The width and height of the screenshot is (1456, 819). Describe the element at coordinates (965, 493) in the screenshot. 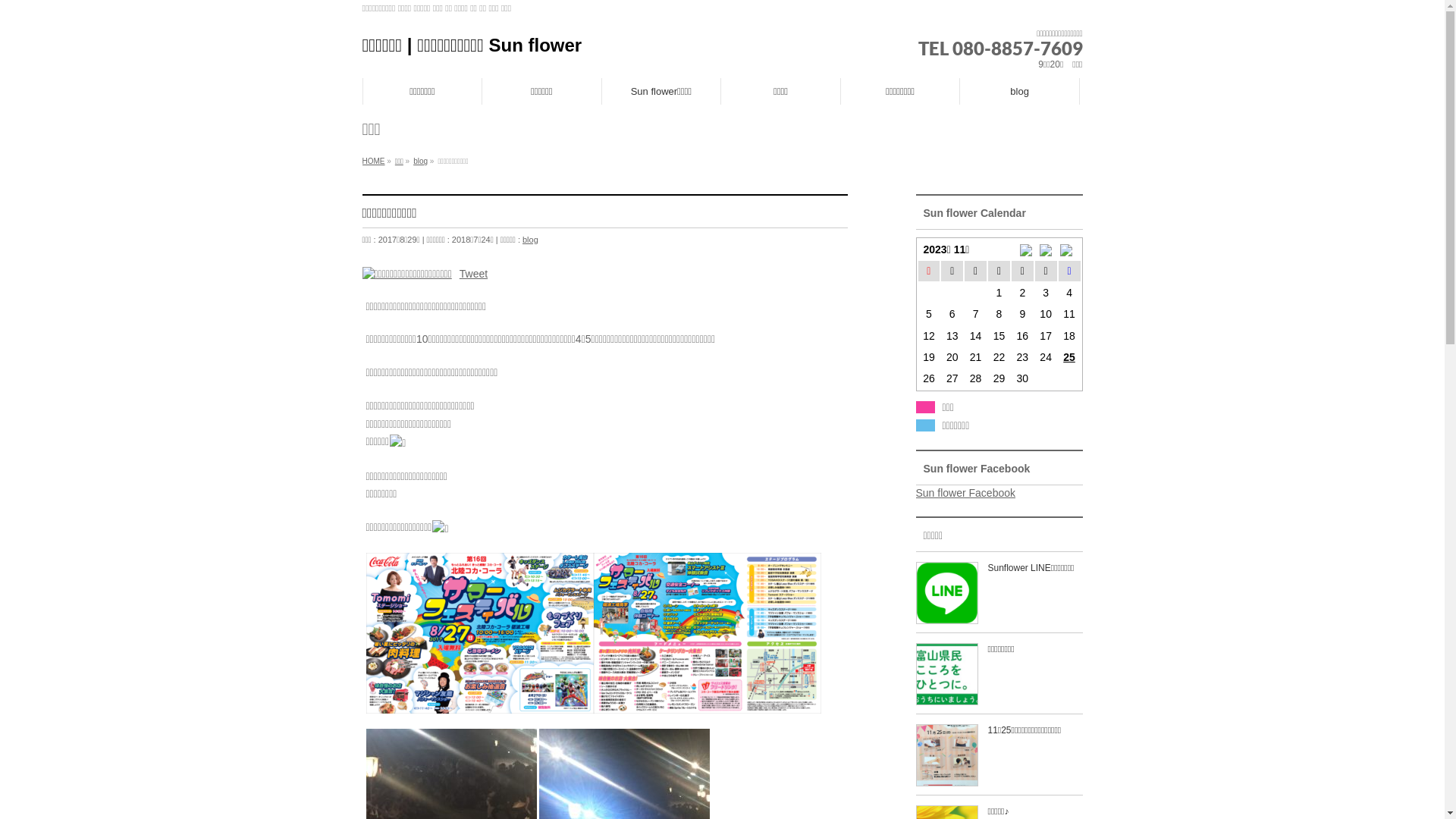

I see `'Sun flower Facebook'` at that location.